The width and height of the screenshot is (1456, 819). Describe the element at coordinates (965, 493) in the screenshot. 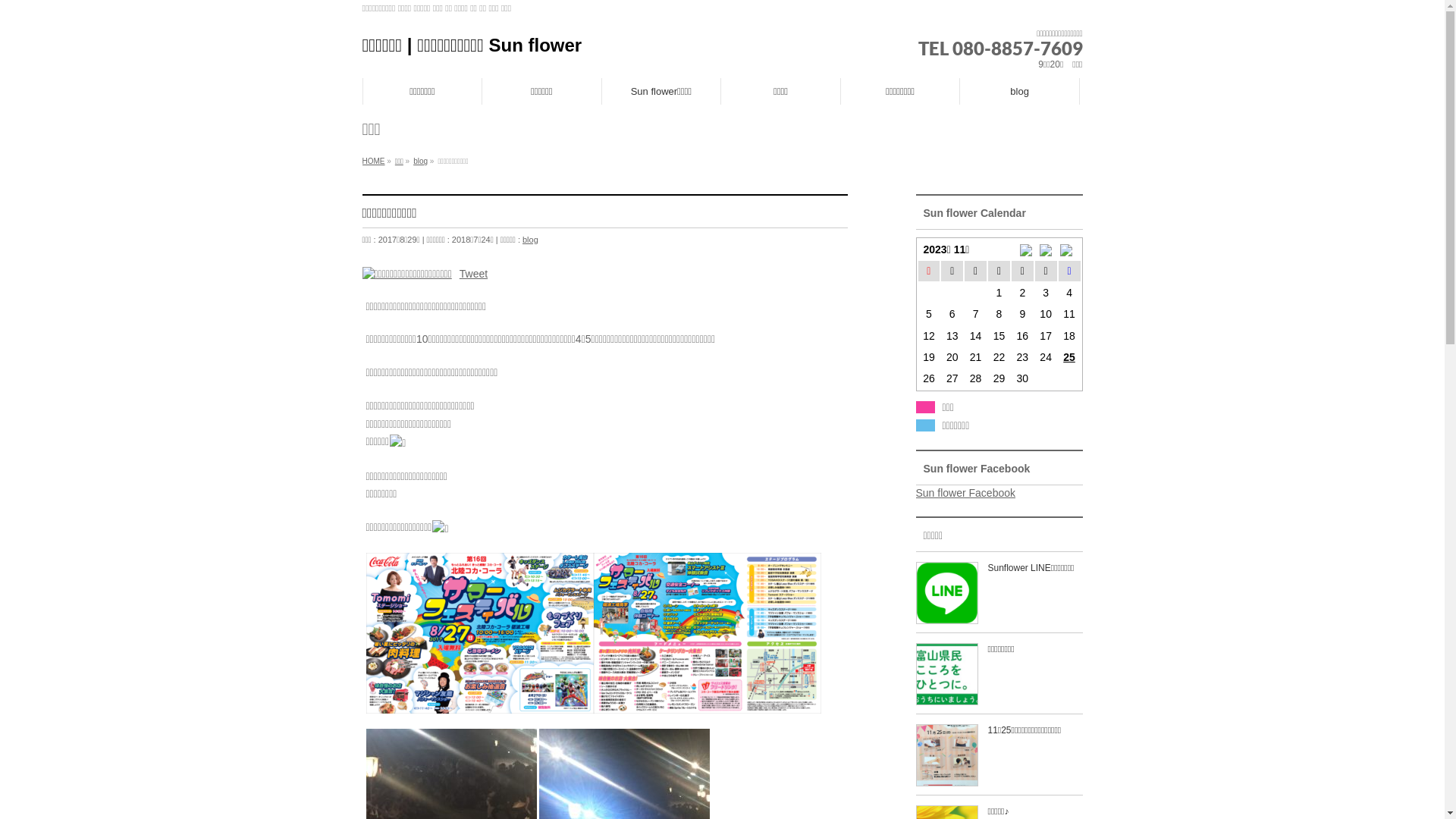

I see `'Sun flower Facebook'` at that location.